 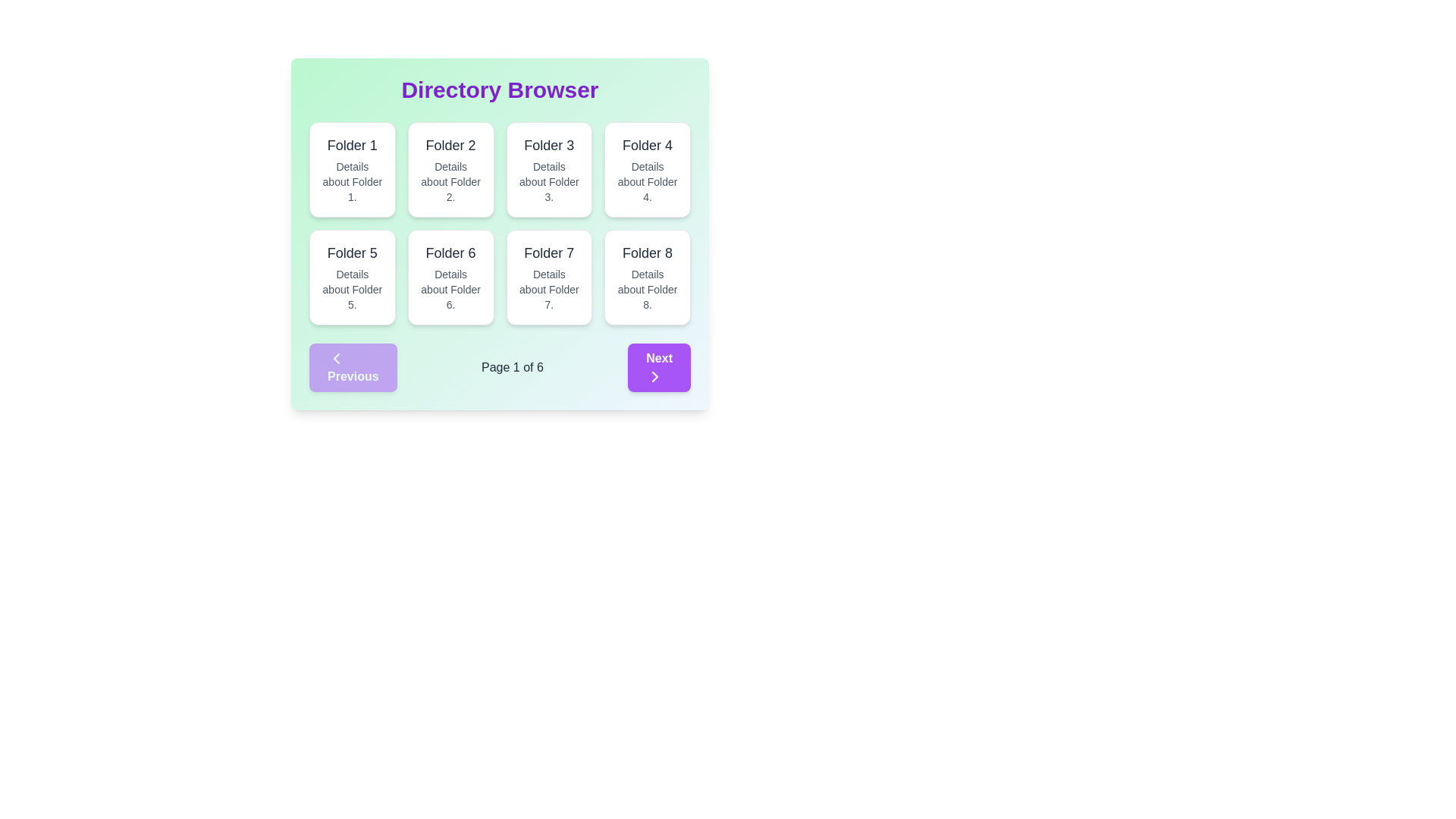 I want to click on the 'Previous' button located at the bottom-left corner of the interface, so click(x=336, y=359).